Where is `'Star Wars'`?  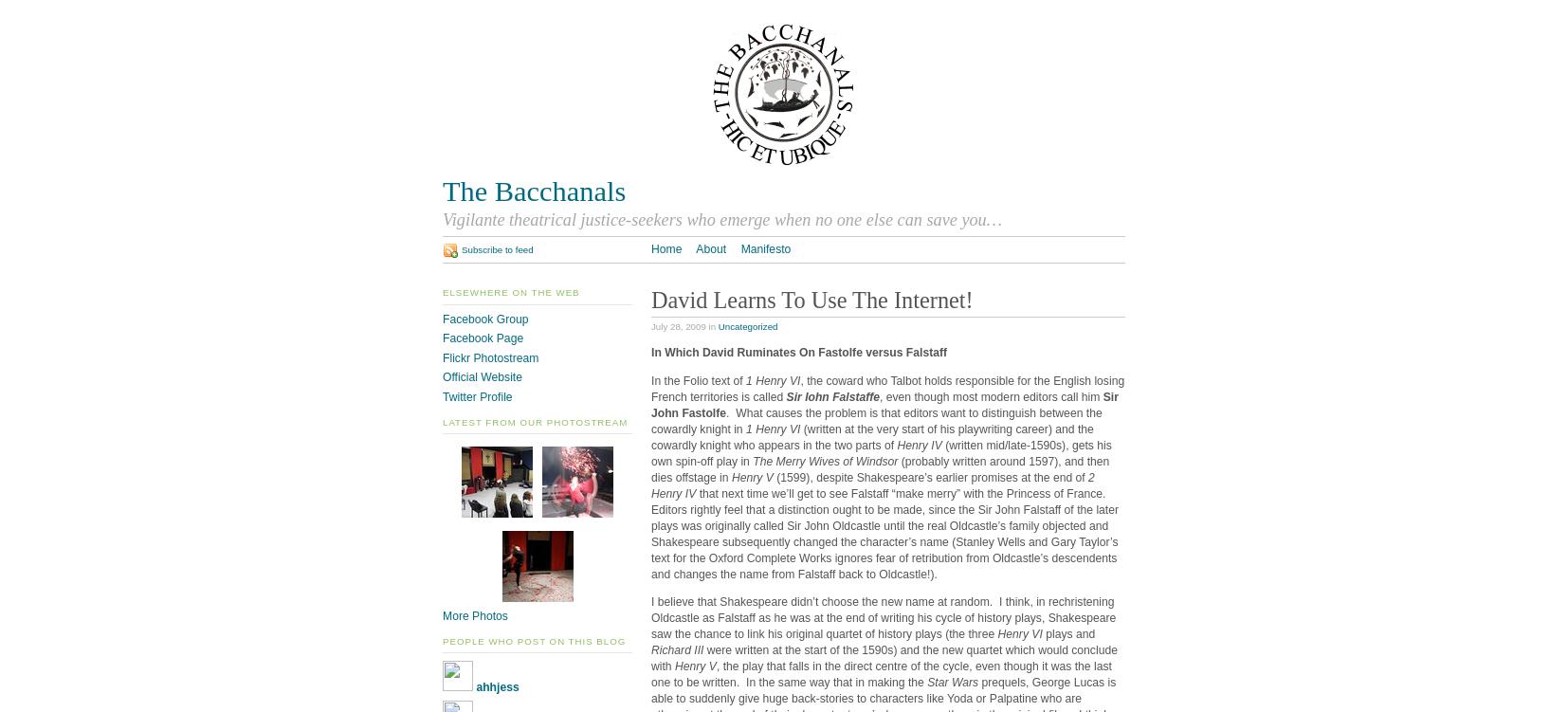 'Star Wars' is located at coordinates (926, 681).